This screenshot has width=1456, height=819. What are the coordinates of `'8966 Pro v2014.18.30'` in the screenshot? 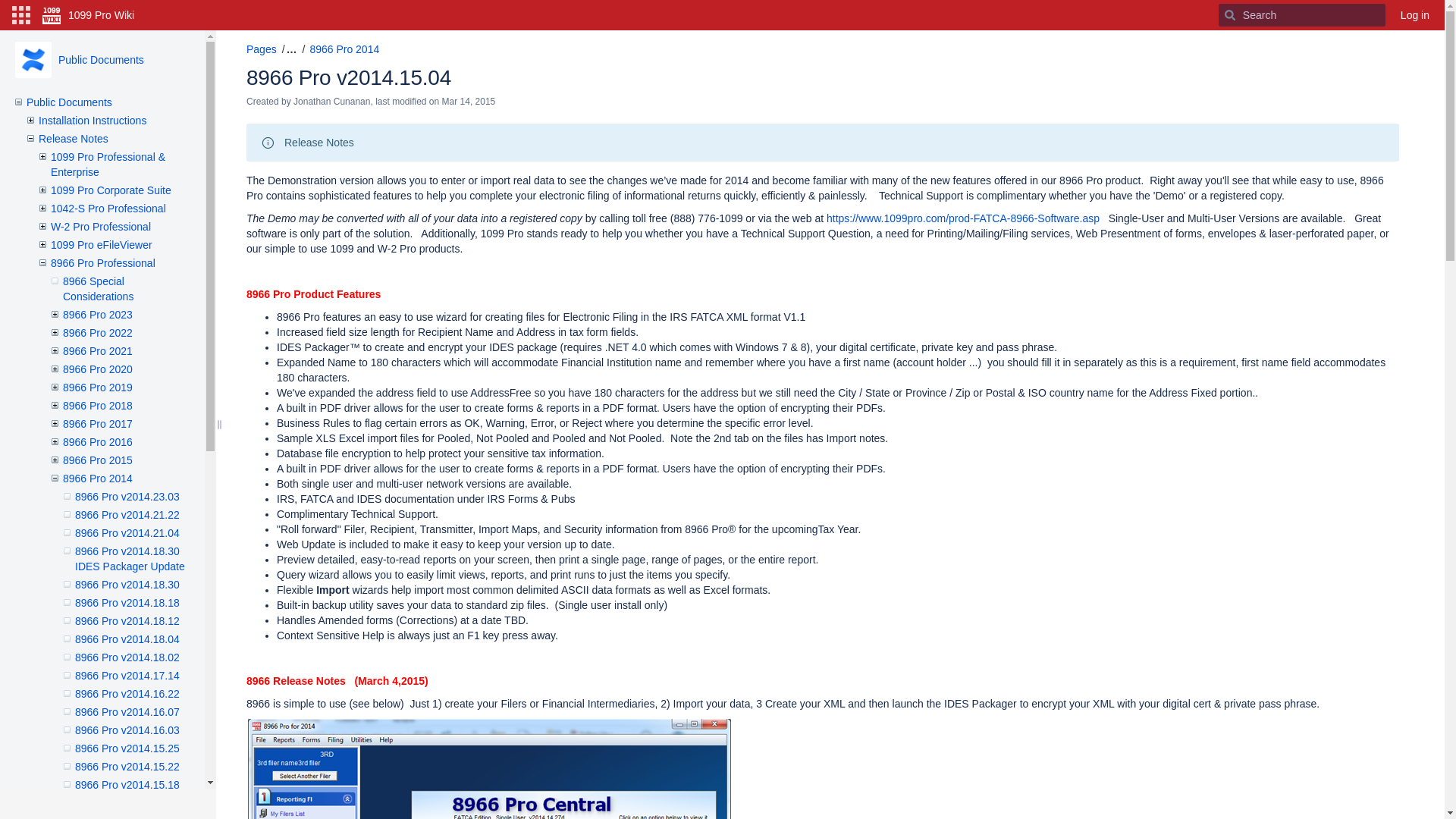 It's located at (127, 584).